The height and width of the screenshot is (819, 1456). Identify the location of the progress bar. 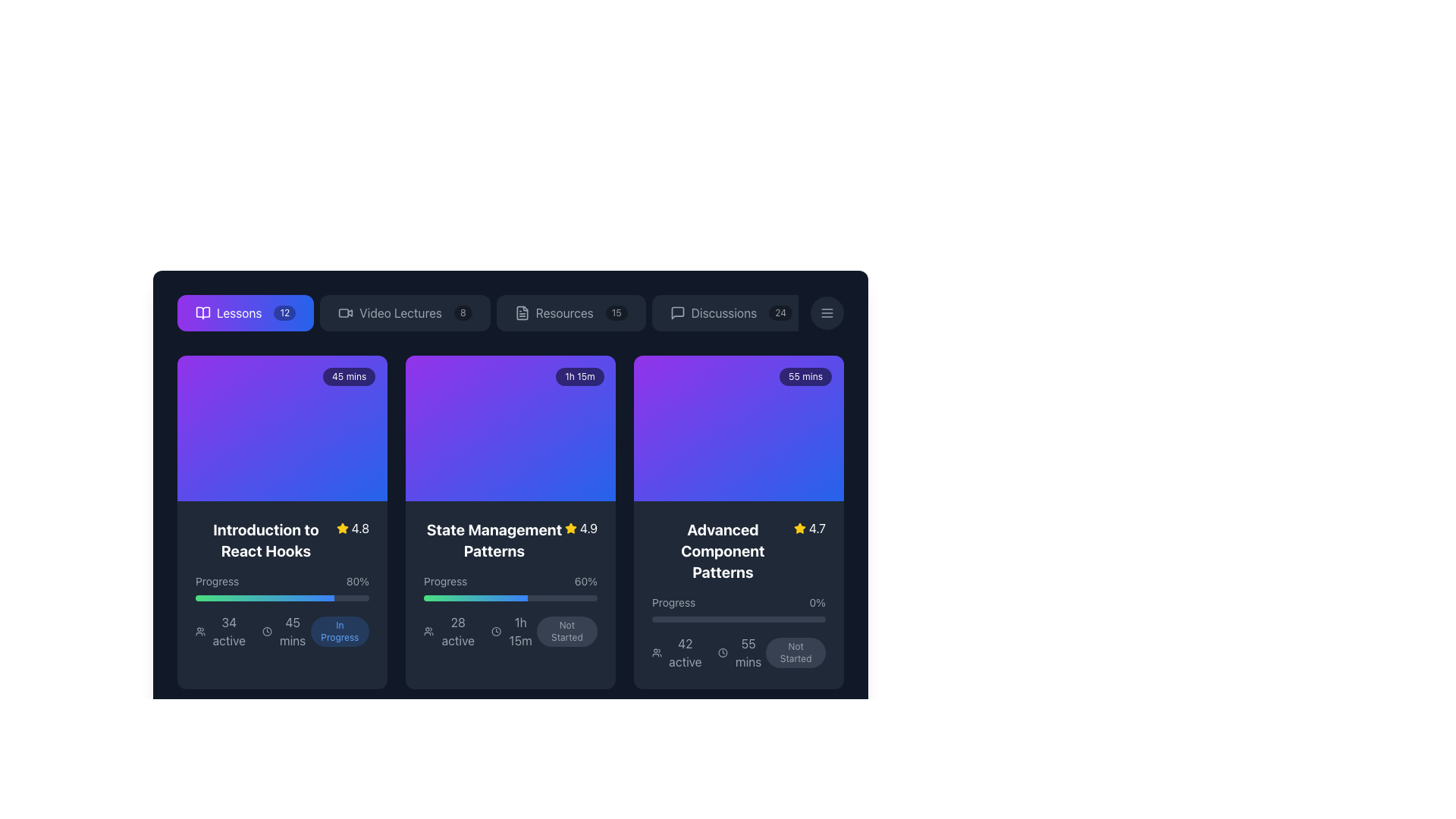
(202, 598).